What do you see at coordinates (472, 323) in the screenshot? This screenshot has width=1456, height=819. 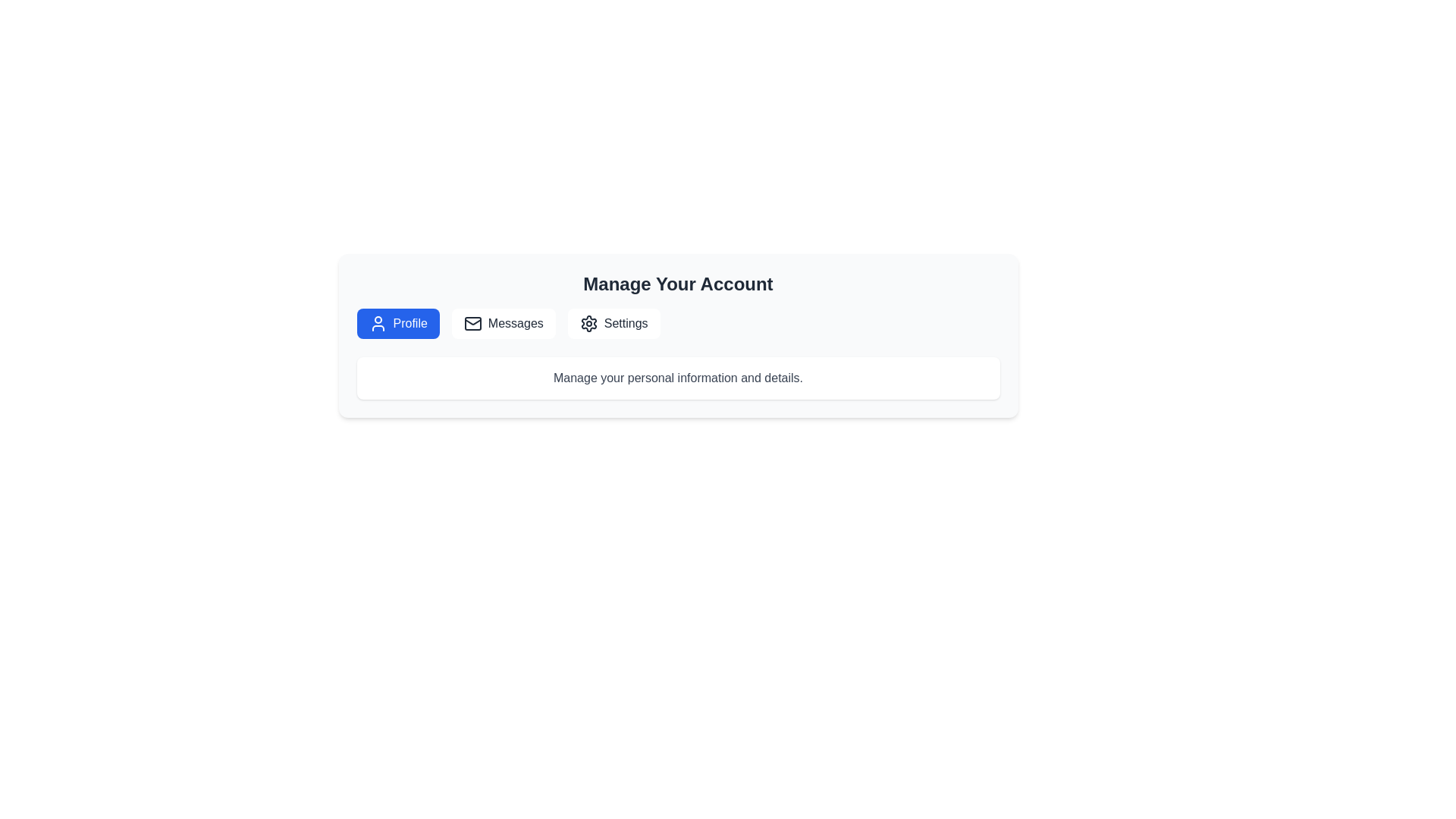 I see `the mail icon, which is a visual component suggesting messaging functionalities, located to the left of the 'Messages' text in the middle section of the interface` at bounding box center [472, 323].